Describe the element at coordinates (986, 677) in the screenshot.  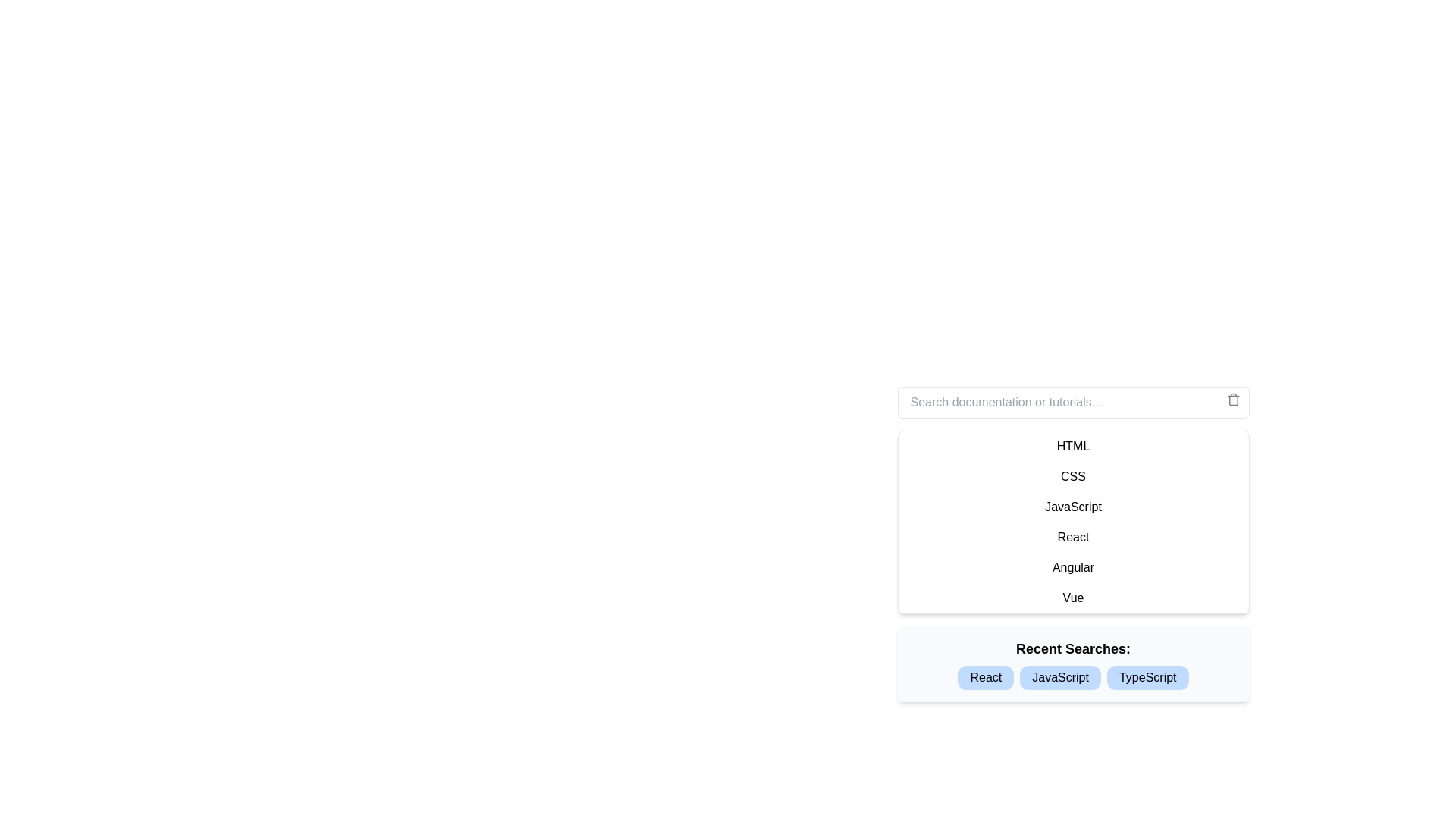
I see `the first Pill-shaped label under 'Recent Searches'` at that location.